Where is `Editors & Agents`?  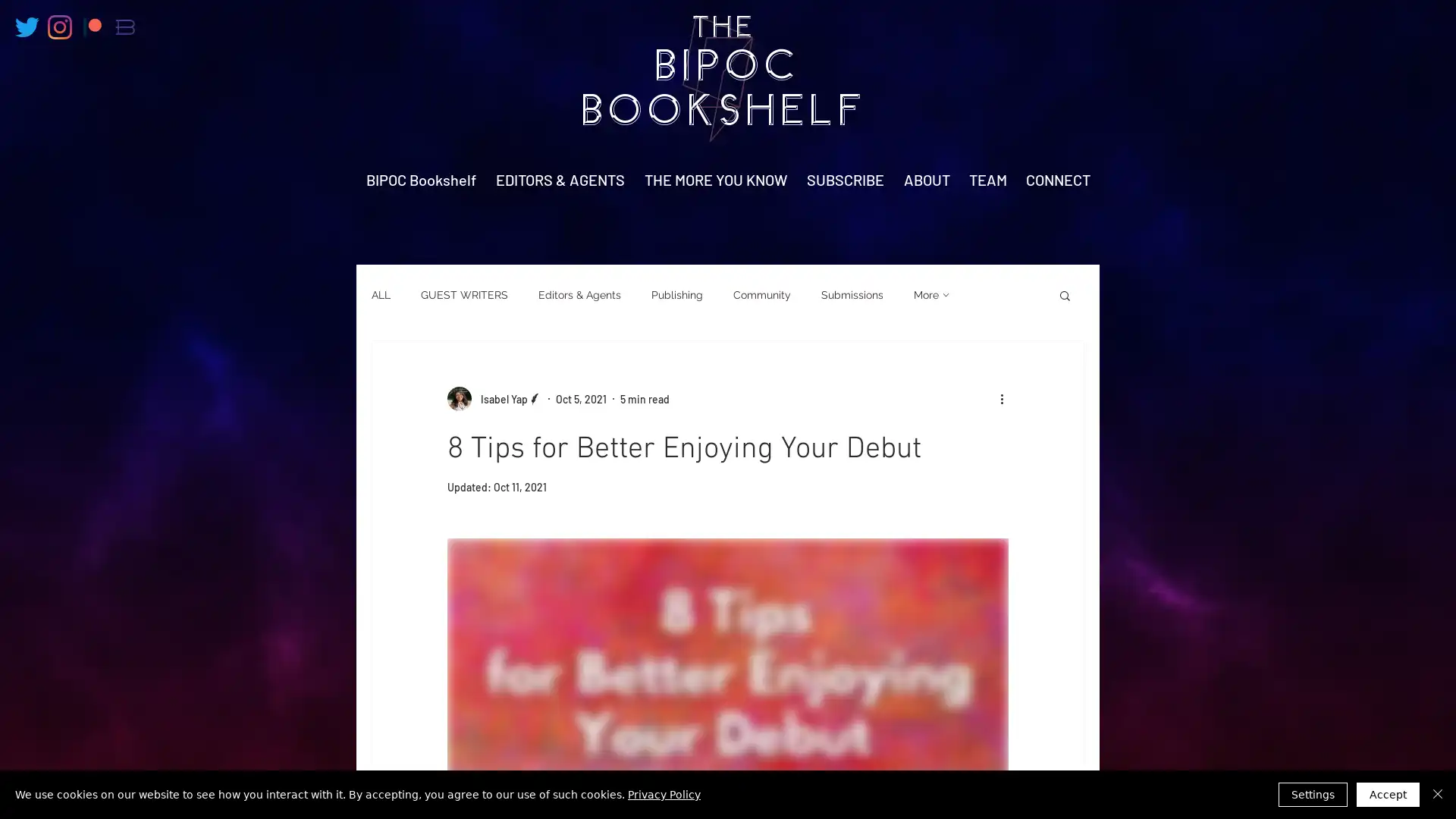
Editors & Agents is located at coordinates (579, 295).